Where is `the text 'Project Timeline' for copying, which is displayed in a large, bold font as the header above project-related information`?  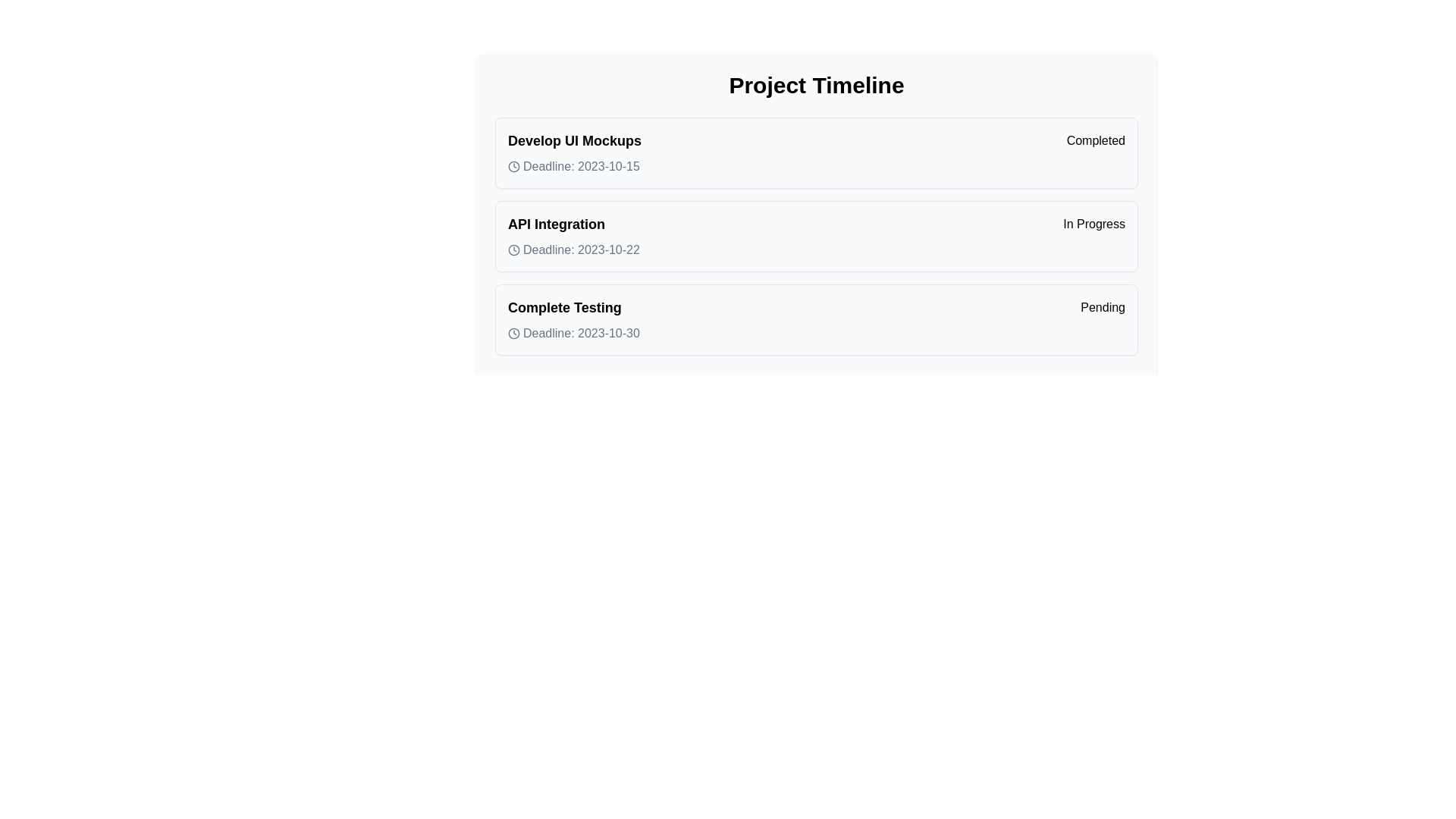
the text 'Project Timeline' for copying, which is displayed in a large, bold font as the header above project-related information is located at coordinates (815, 85).